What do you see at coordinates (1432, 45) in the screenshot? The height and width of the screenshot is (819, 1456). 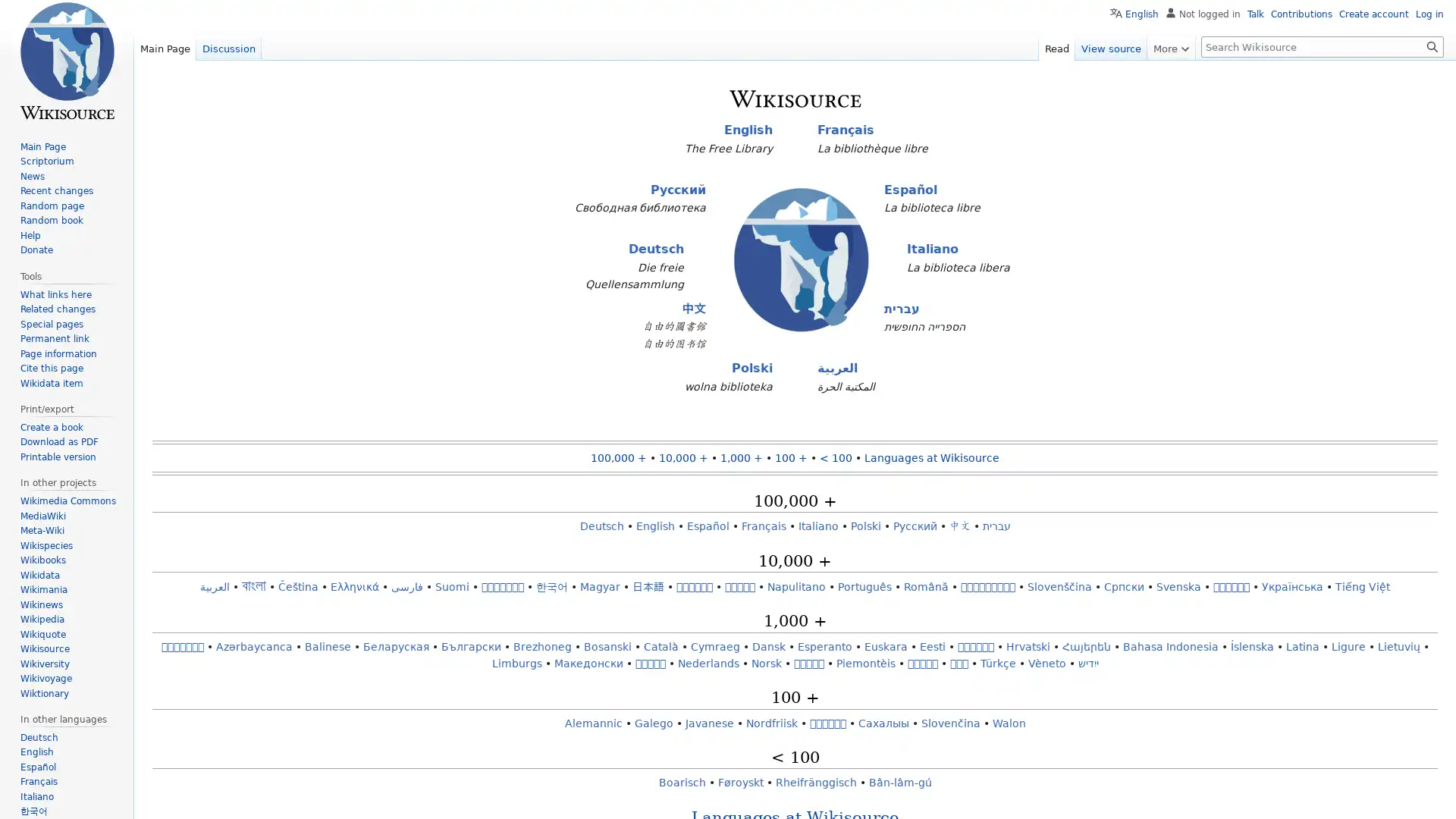 I see `Go` at bounding box center [1432, 45].